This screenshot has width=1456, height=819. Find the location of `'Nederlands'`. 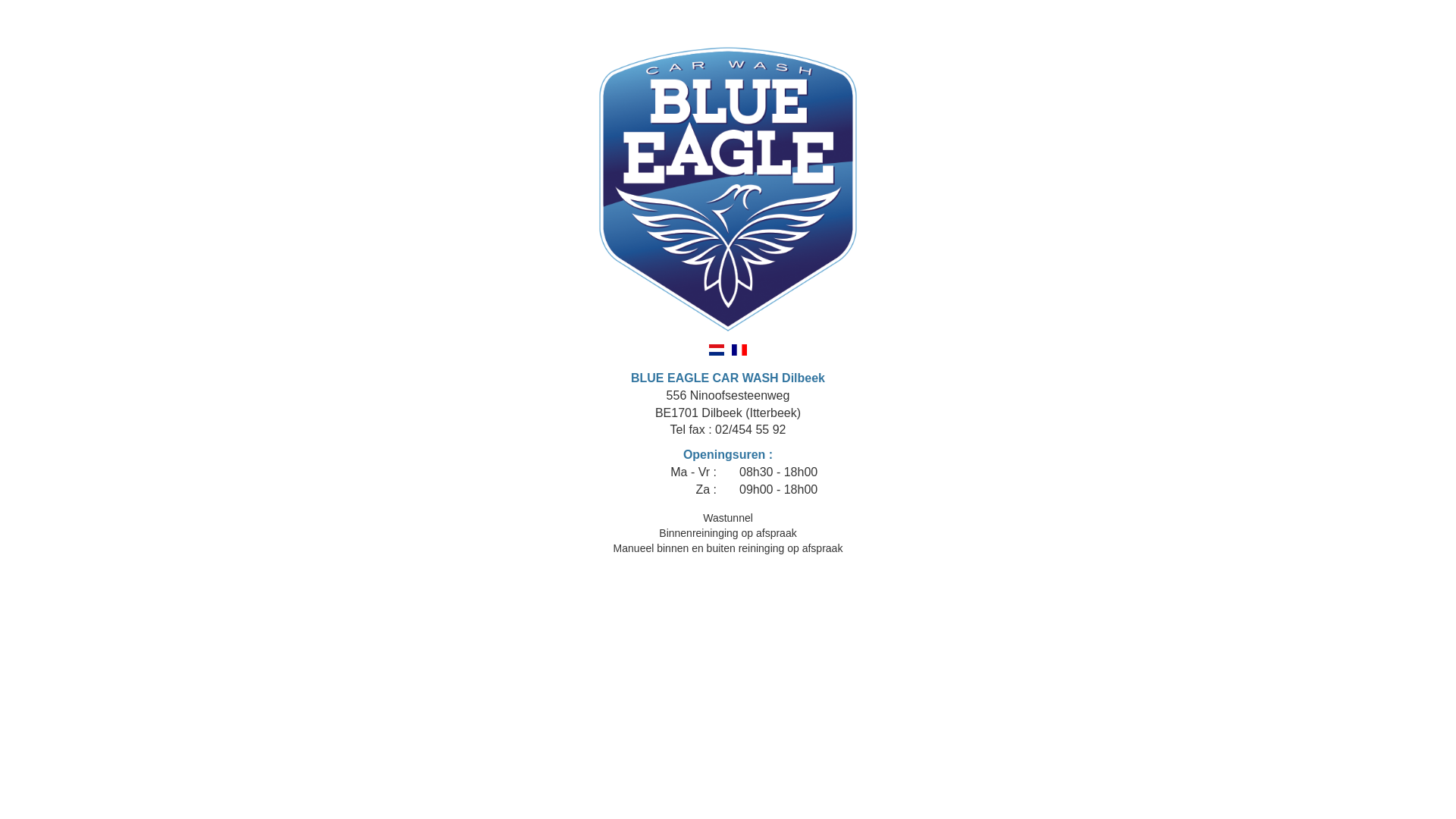

'Nederlands' is located at coordinates (716, 350).